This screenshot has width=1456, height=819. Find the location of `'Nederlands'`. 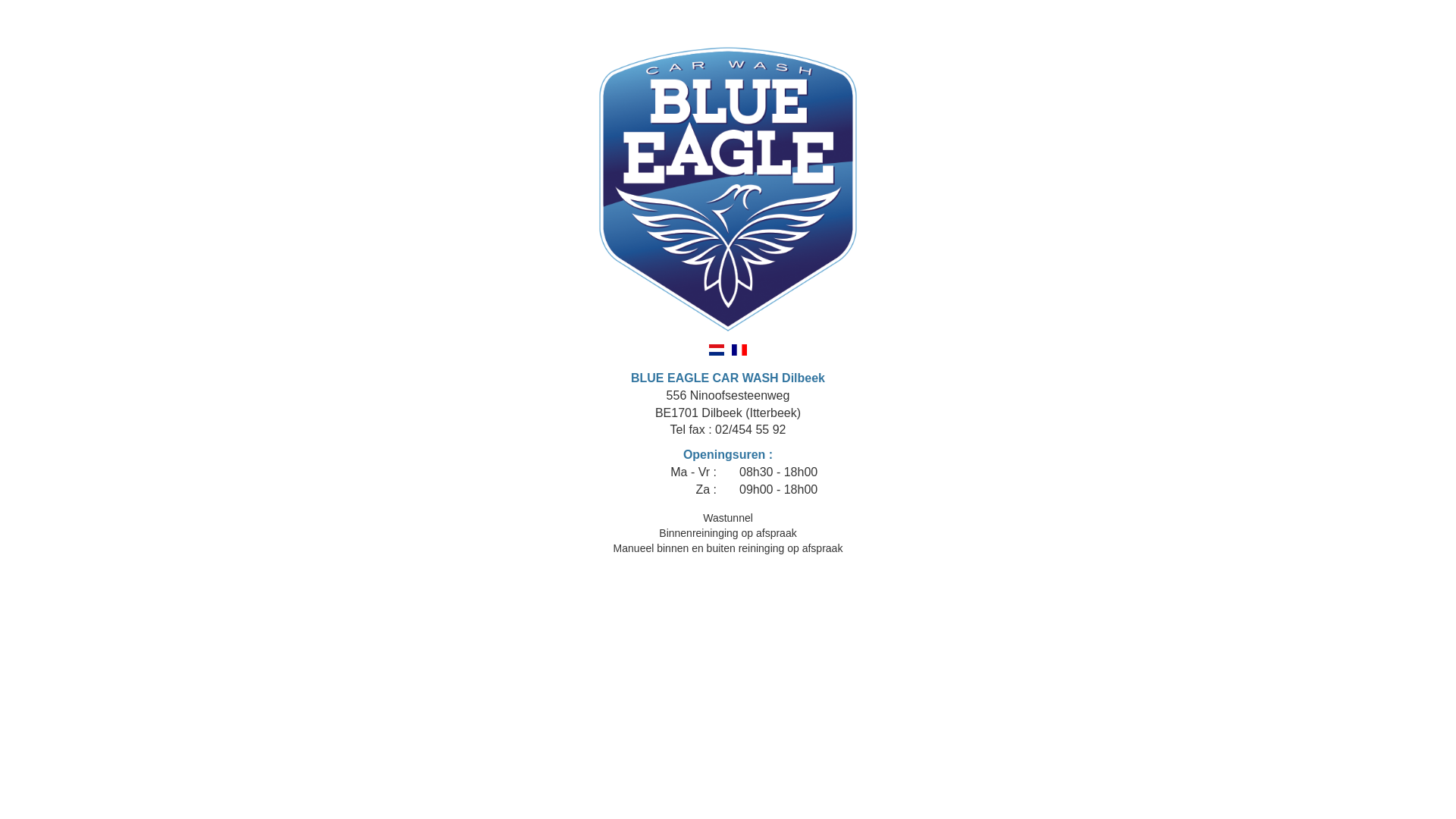

'Nederlands' is located at coordinates (716, 350).